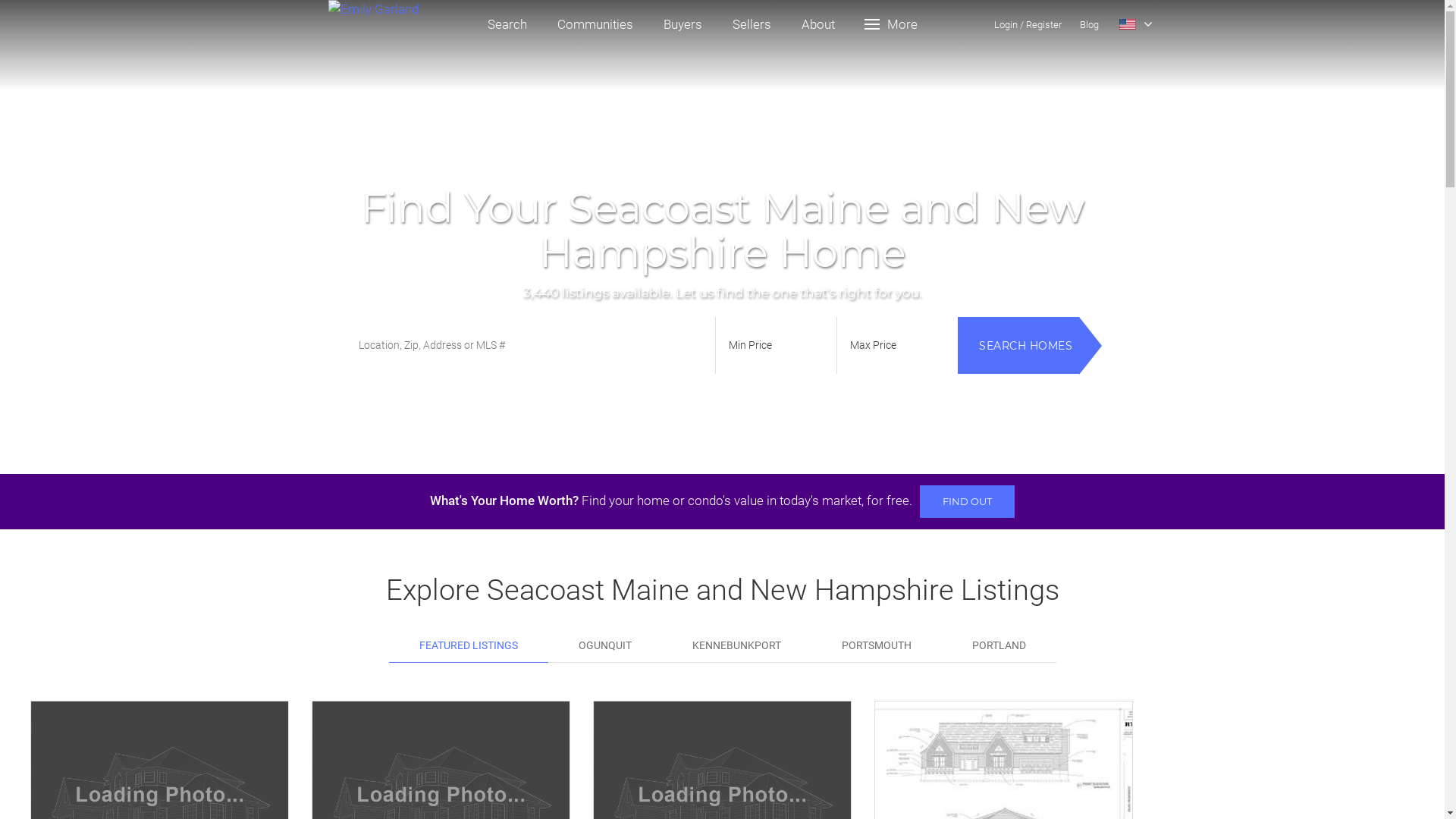  What do you see at coordinates (966, 501) in the screenshot?
I see `'FIND OUT'` at bounding box center [966, 501].